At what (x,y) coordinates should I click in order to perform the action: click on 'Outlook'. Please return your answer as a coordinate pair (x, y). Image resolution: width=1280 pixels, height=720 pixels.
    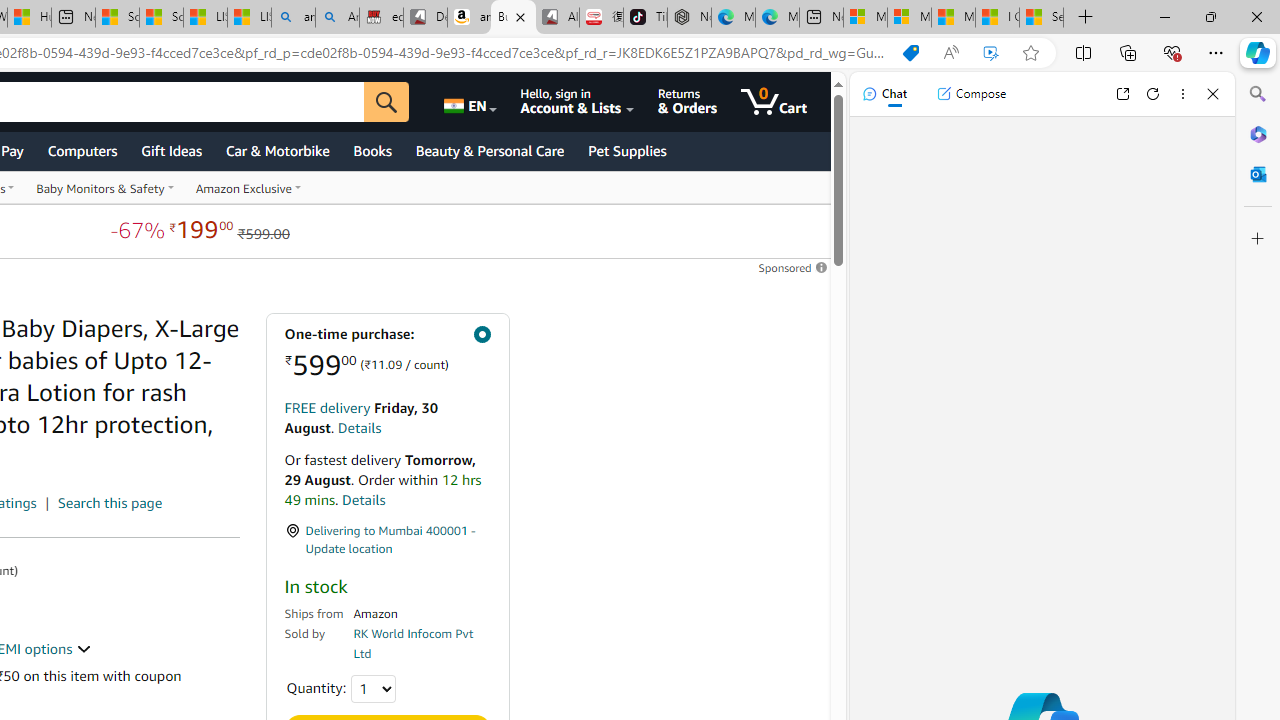
    Looking at the image, I should click on (1257, 173).